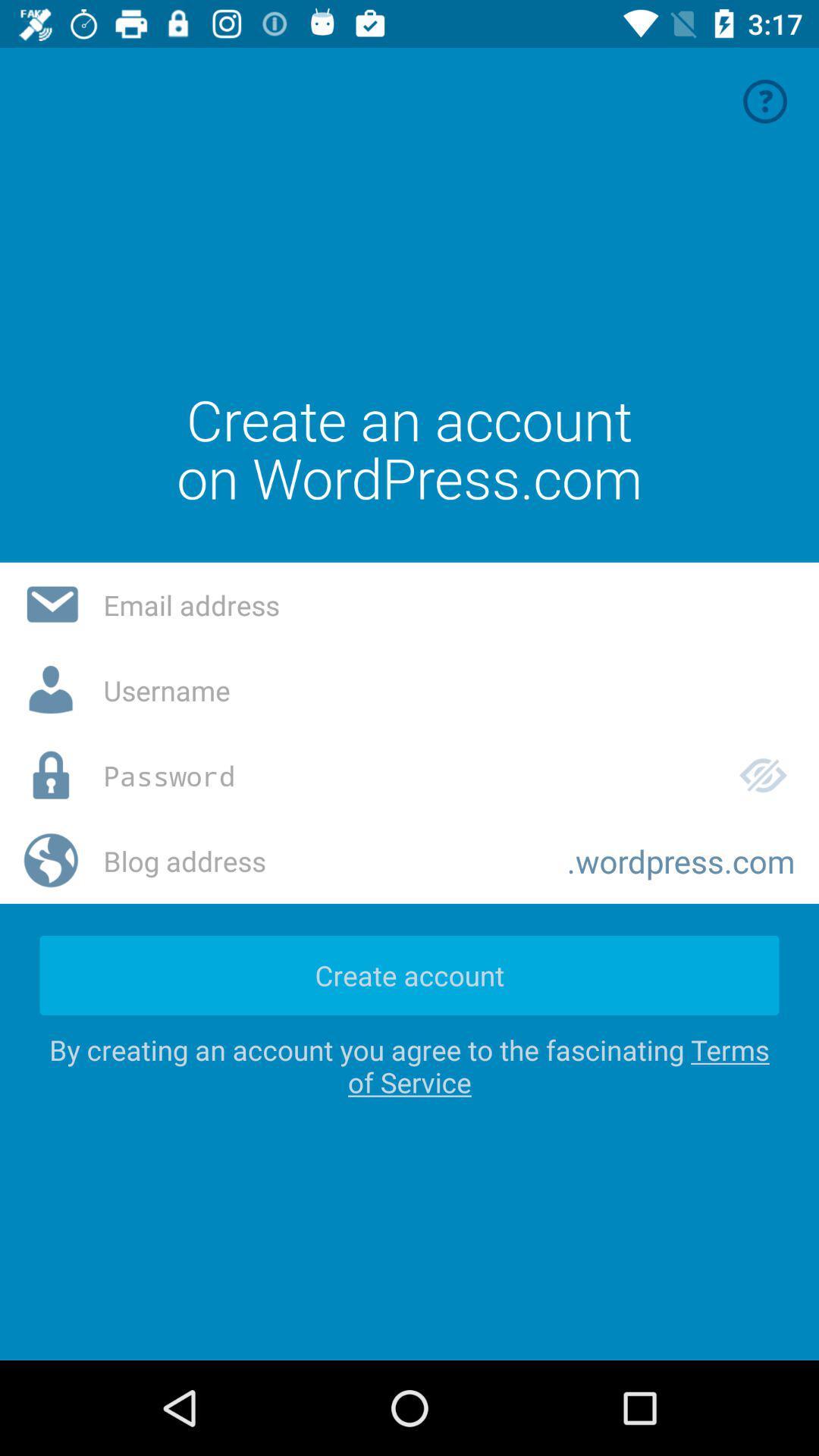 This screenshot has height=1456, width=819. I want to click on the icon above the .wordpress.com, so click(763, 775).